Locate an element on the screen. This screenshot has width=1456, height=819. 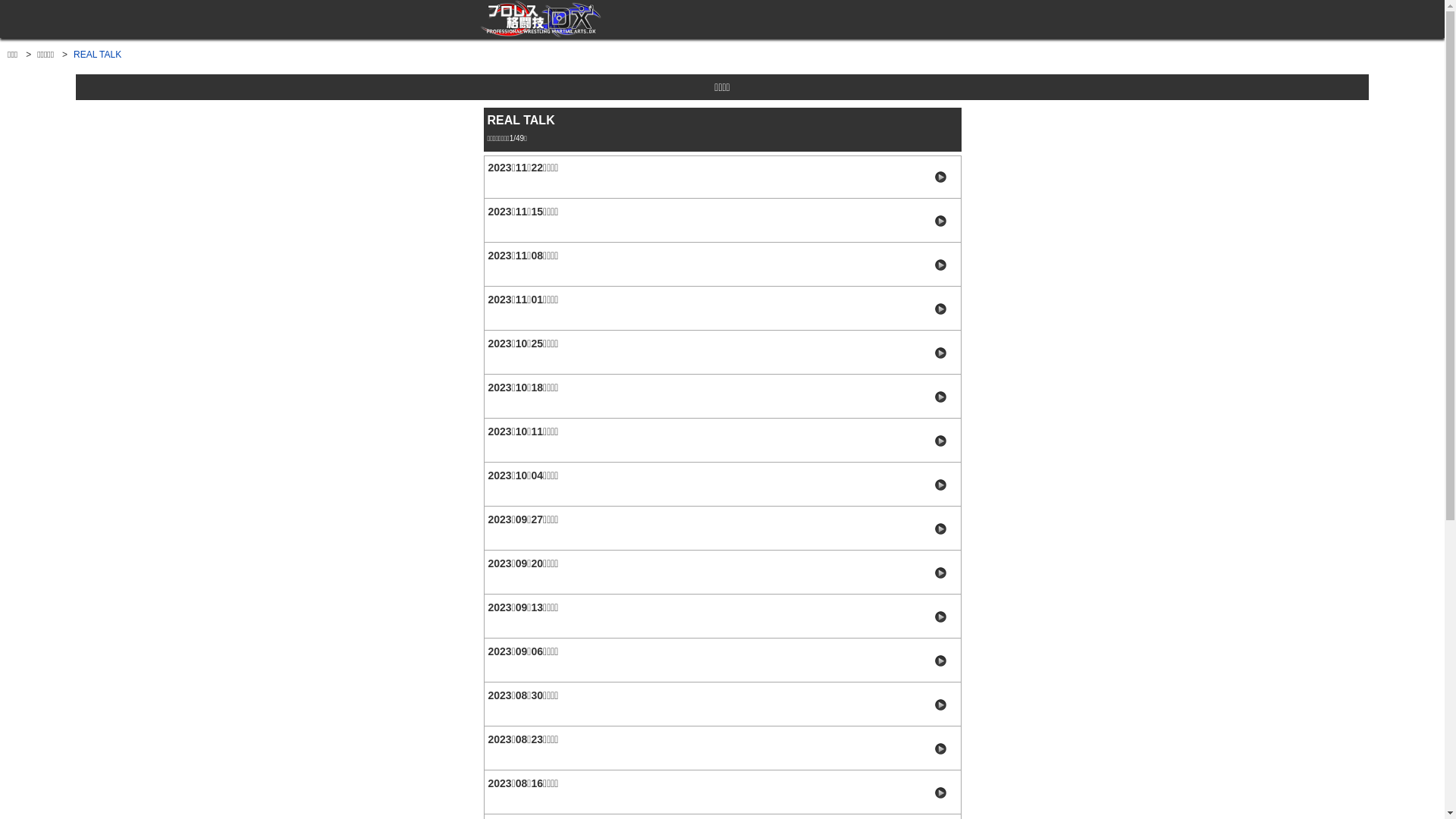
'REAL TALK' is located at coordinates (96, 54).